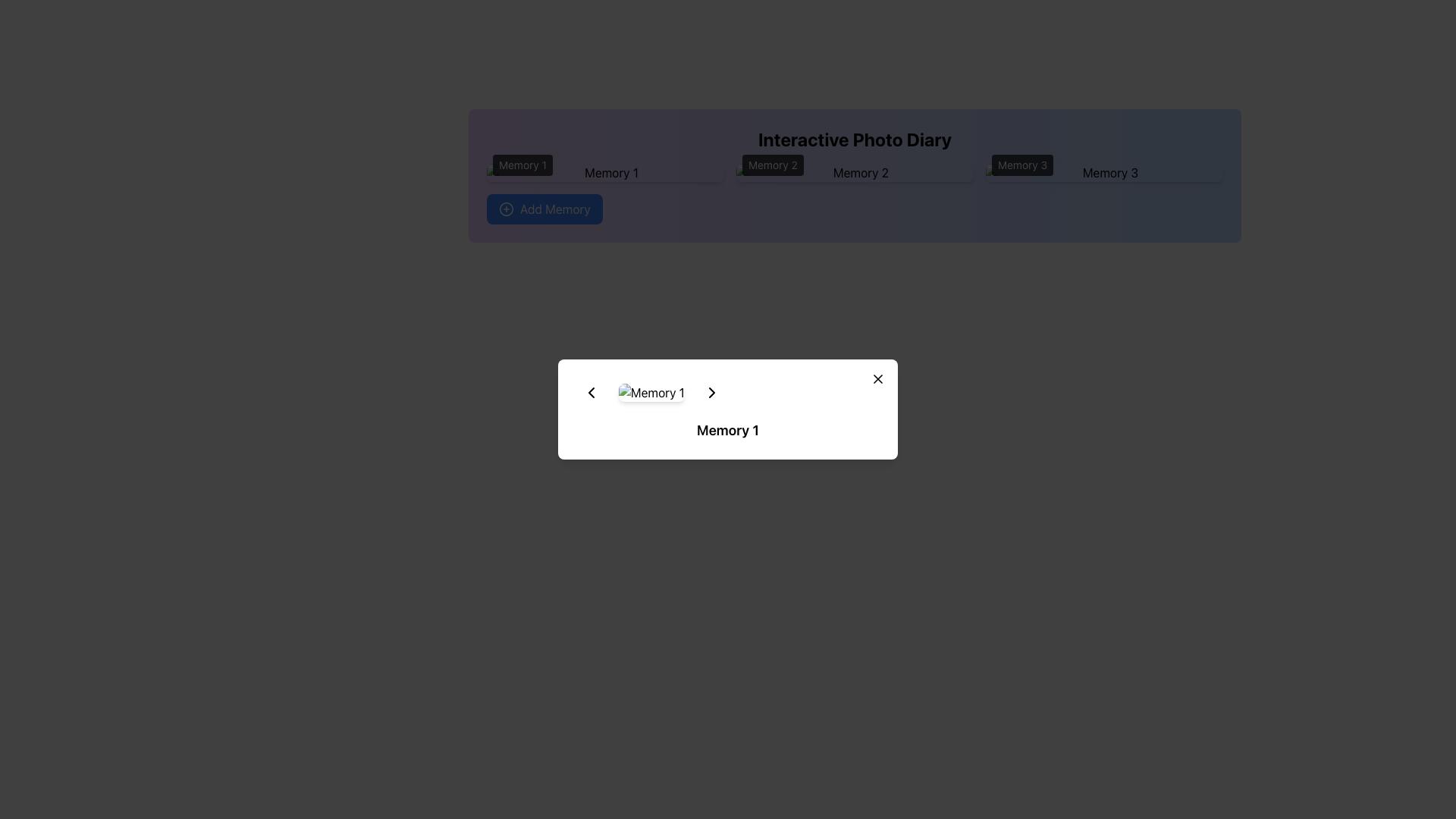 The image size is (1456, 819). What do you see at coordinates (590, 391) in the screenshot?
I see `the chevron arrow icon` at bounding box center [590, 391].